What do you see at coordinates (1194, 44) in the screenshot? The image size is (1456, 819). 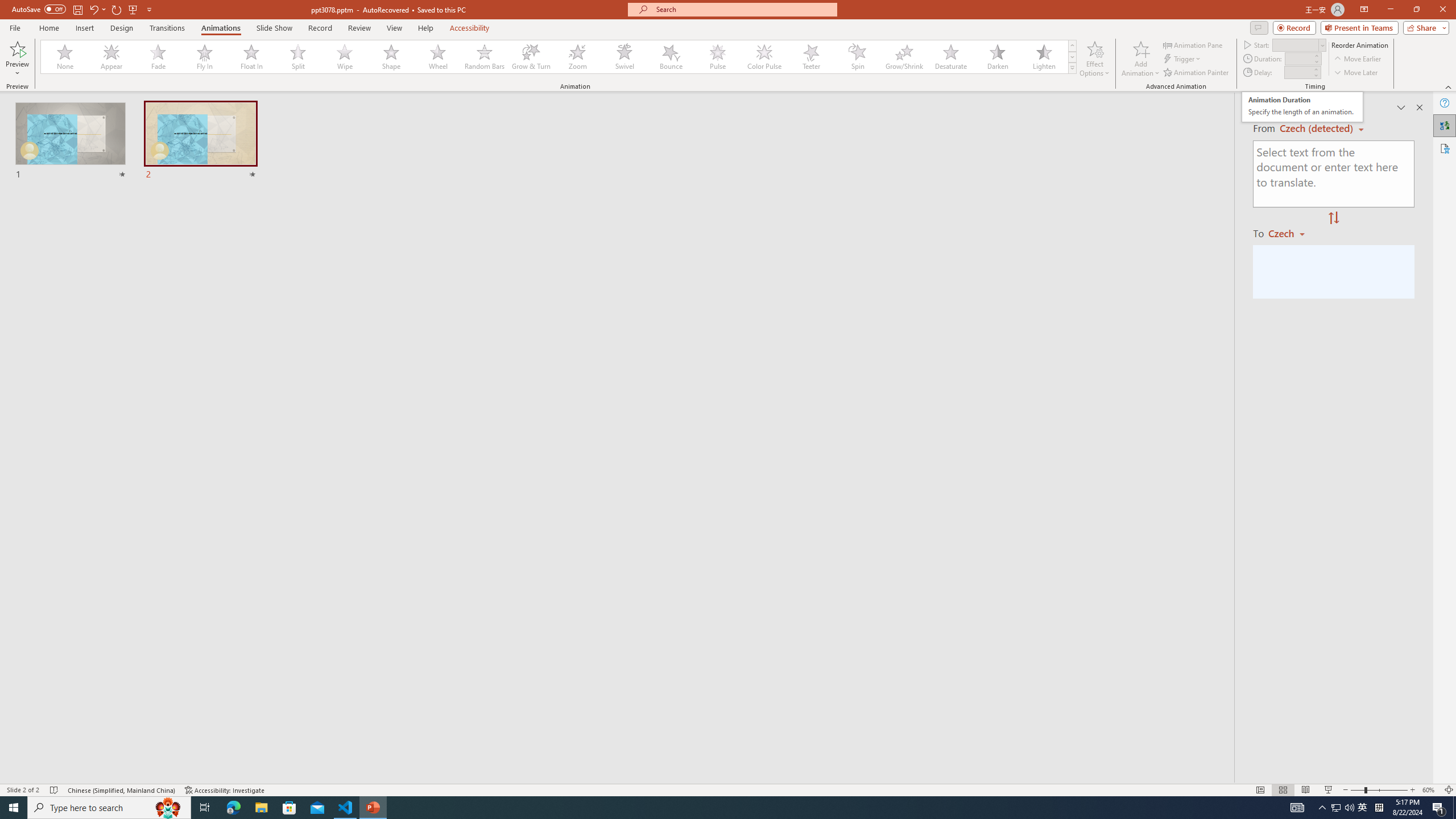 I see `'Animation Pane'` at bounding box center [1194, 44].